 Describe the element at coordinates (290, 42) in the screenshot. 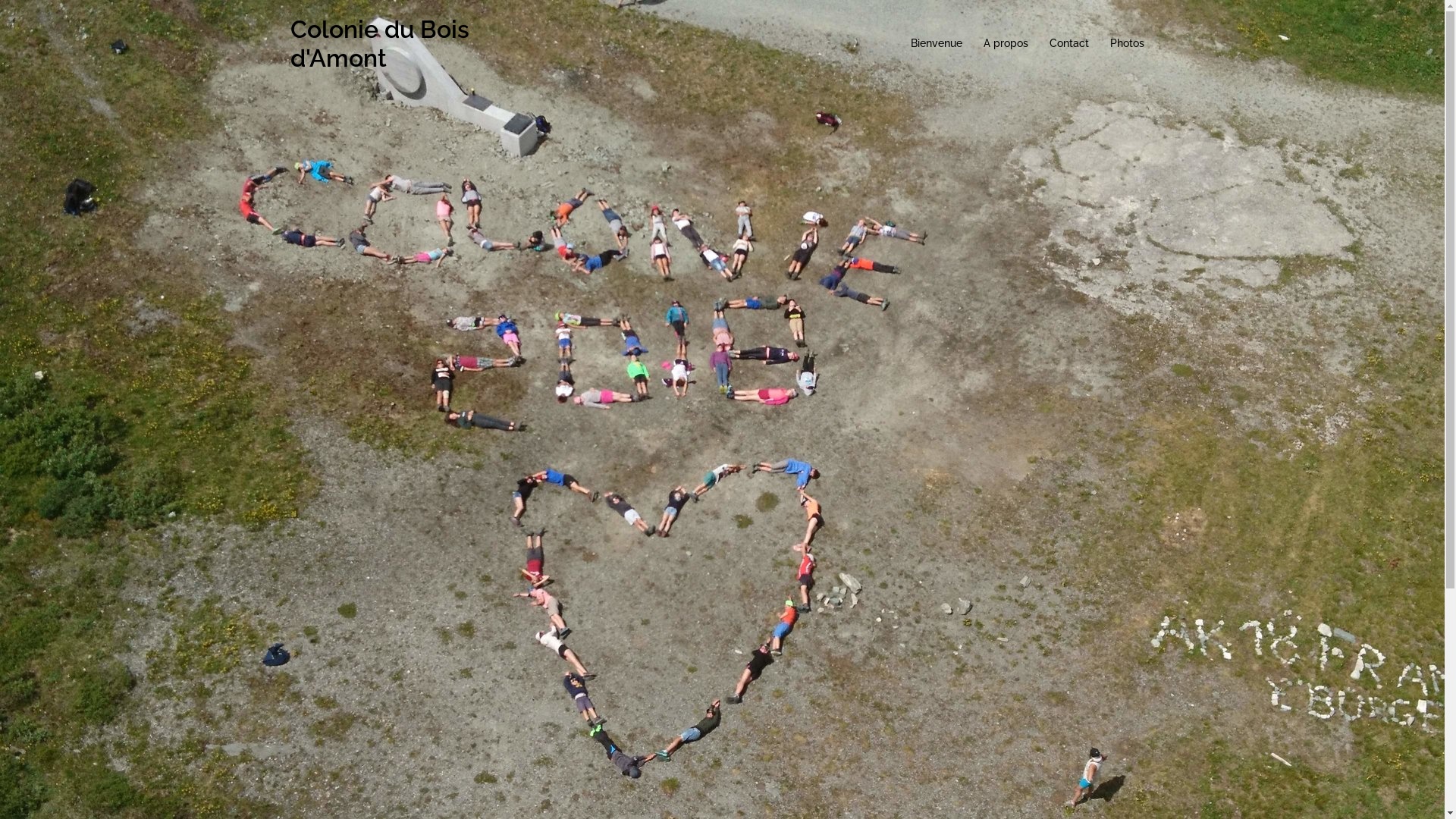

I see `'Colonie du Bois d'Amont'` at that location.